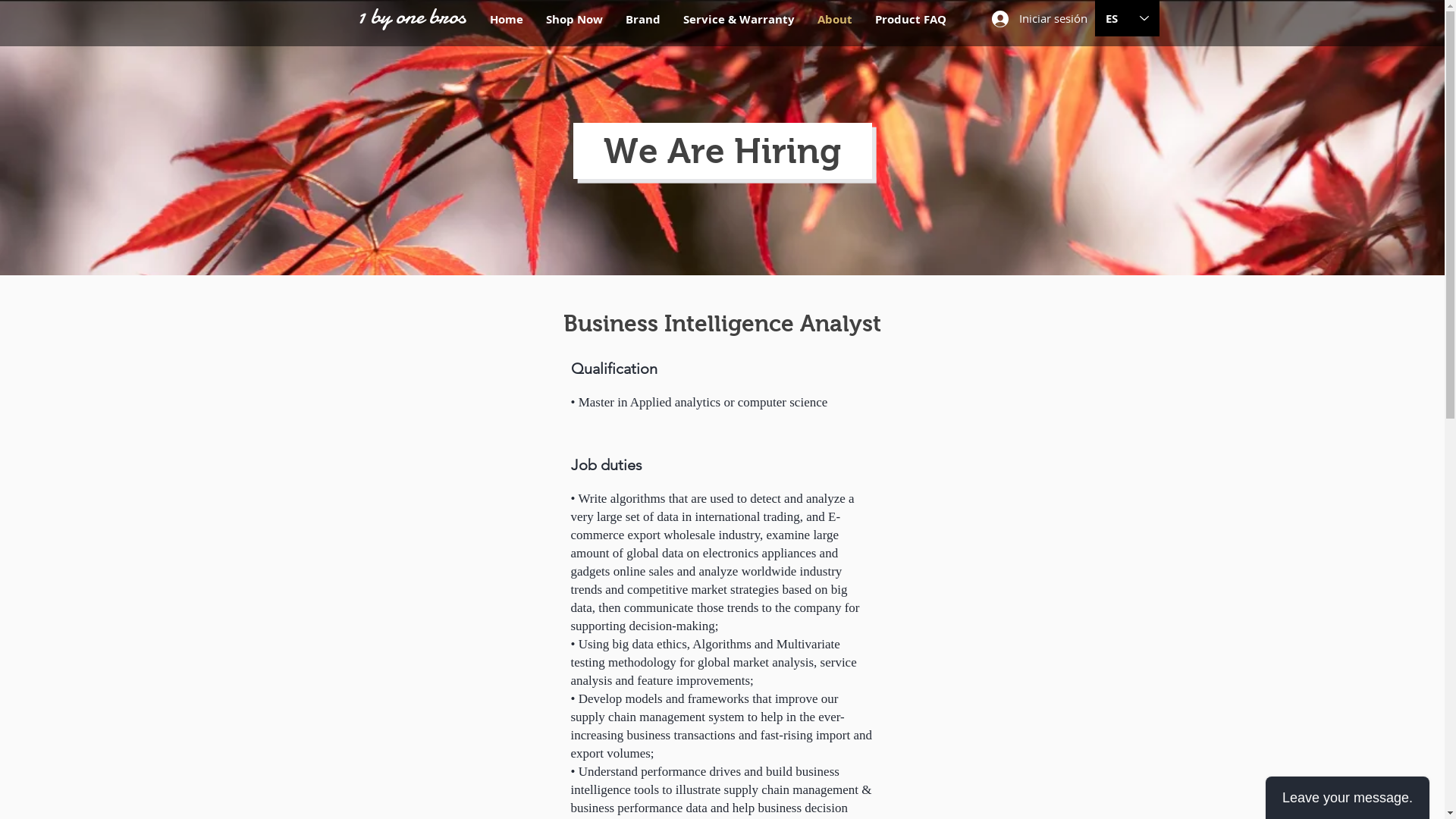 The height and width of the screenshot is (819, 1456). I want to click on 'Brand', so click(643, 20).